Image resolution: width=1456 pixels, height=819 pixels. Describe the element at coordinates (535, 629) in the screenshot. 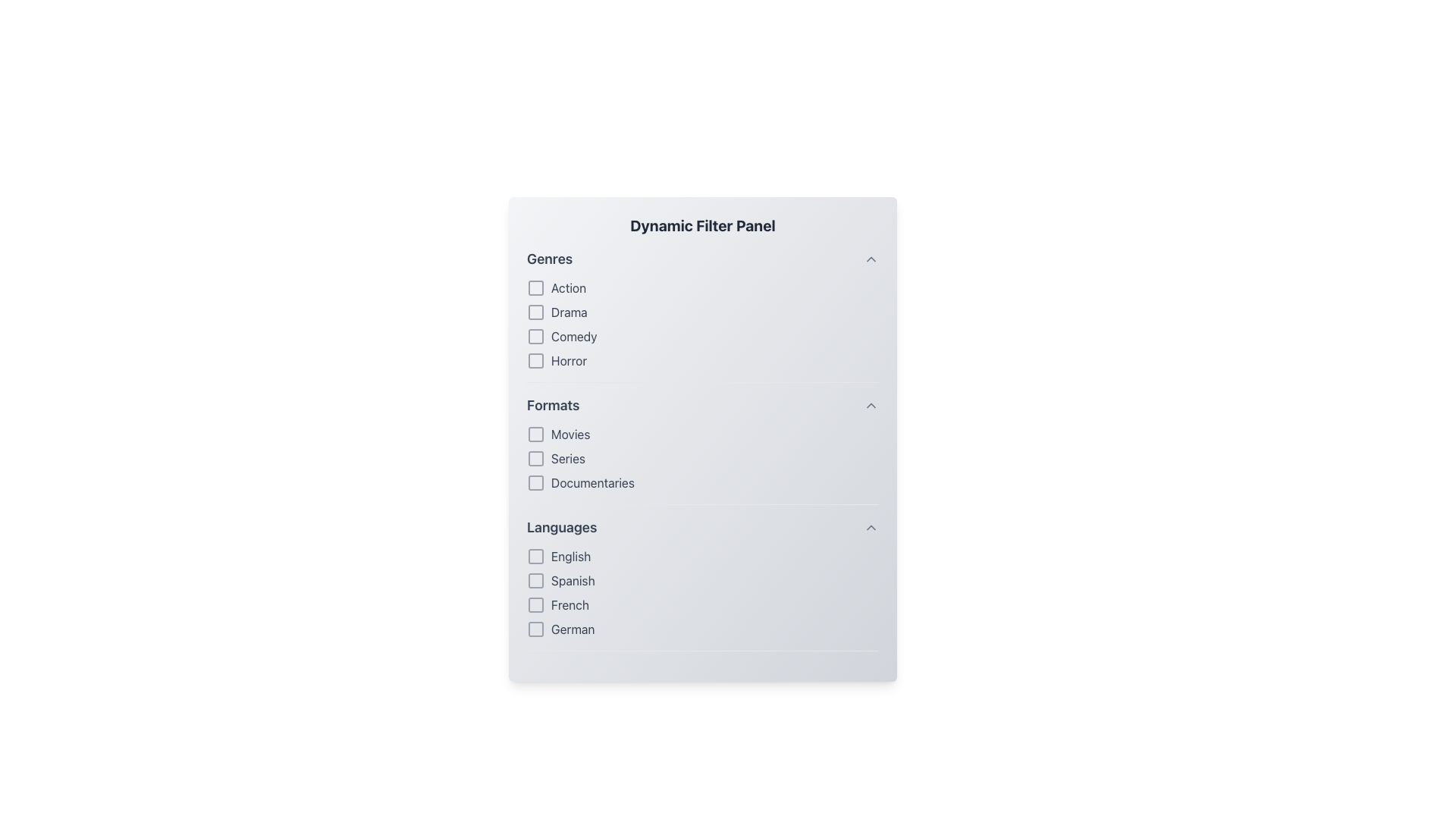

I see `the unselected checkbox next to the 'German' label in the 'Languages' section to potentially see a tooltip` at that location.